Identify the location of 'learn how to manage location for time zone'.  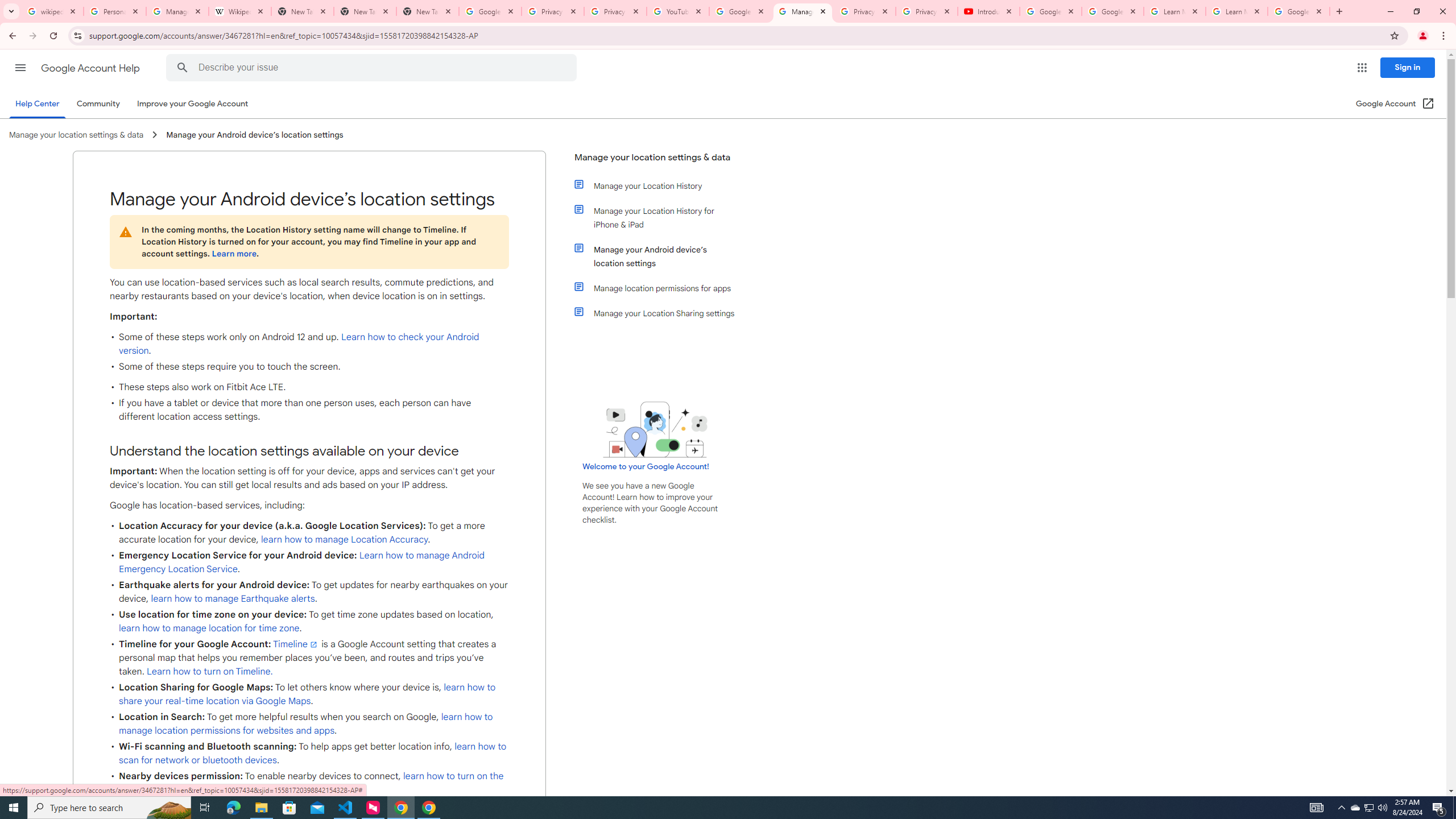
(209, 627).